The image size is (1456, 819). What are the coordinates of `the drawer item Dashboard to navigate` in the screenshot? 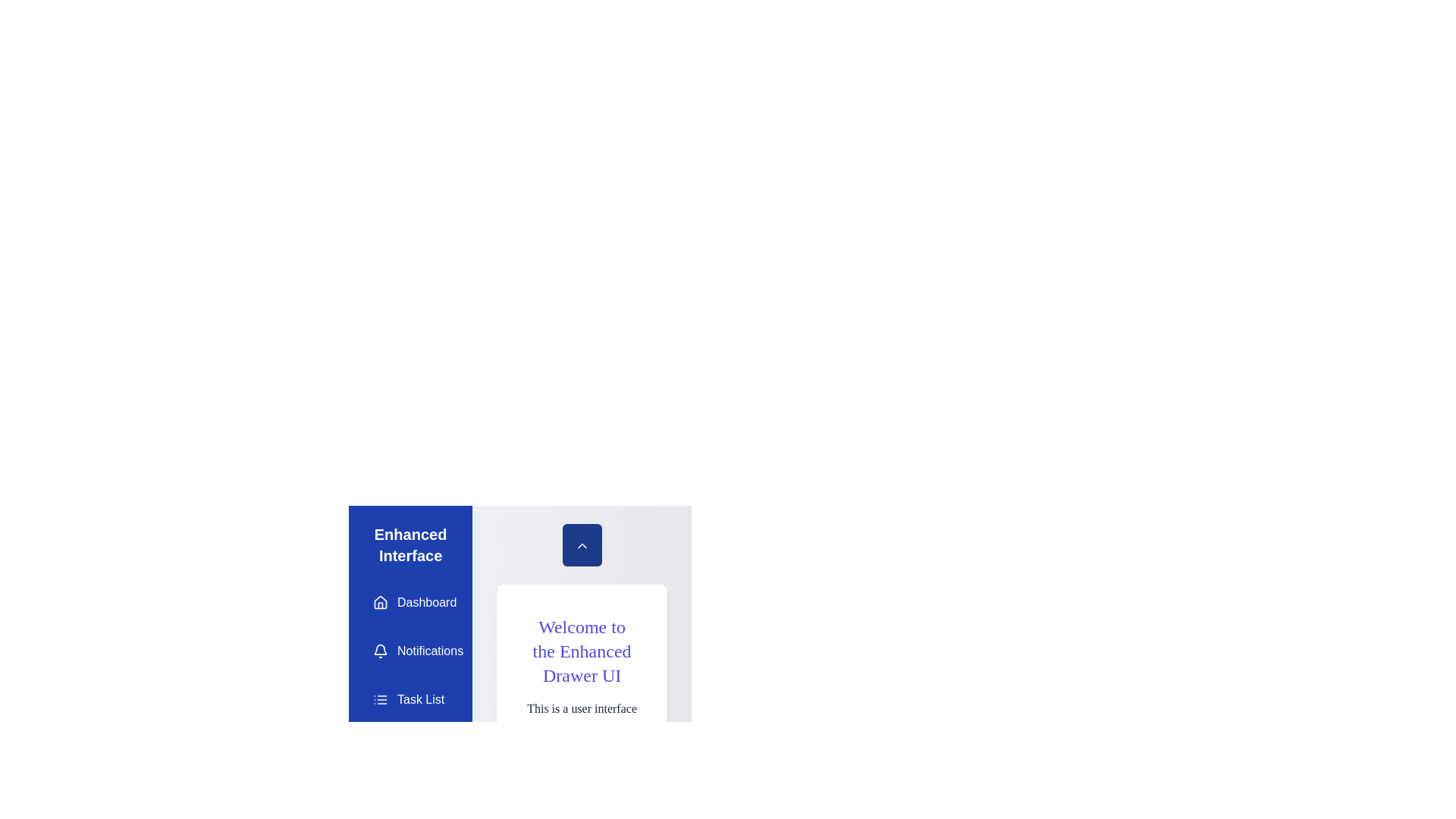 It's located at (410, 601).